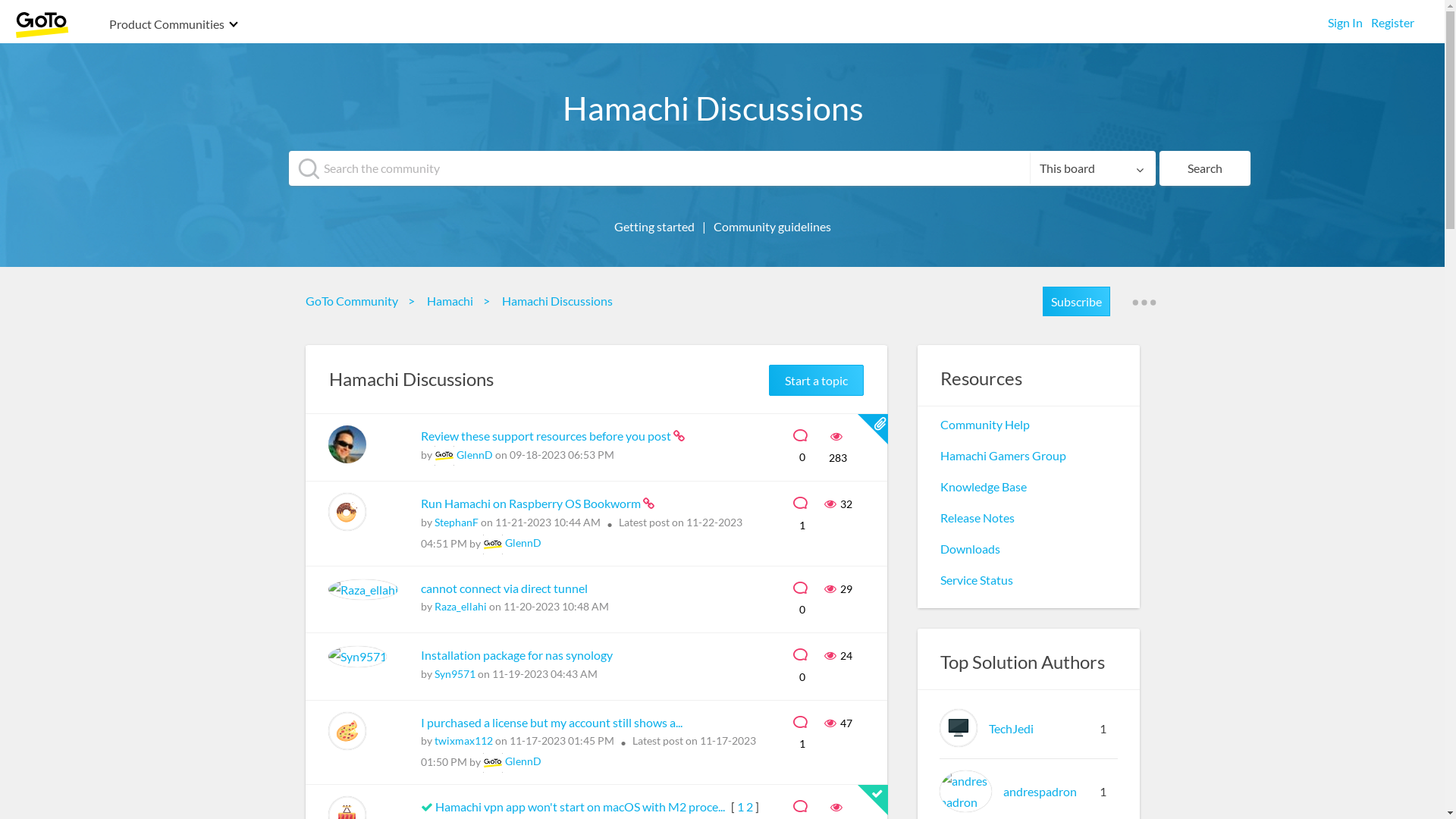 This screenshot has height=819, width=1456. Describe the element at coordinates (1003, 454) in the screenshot. I see `'Hamachi Gamers Group'` at that location.